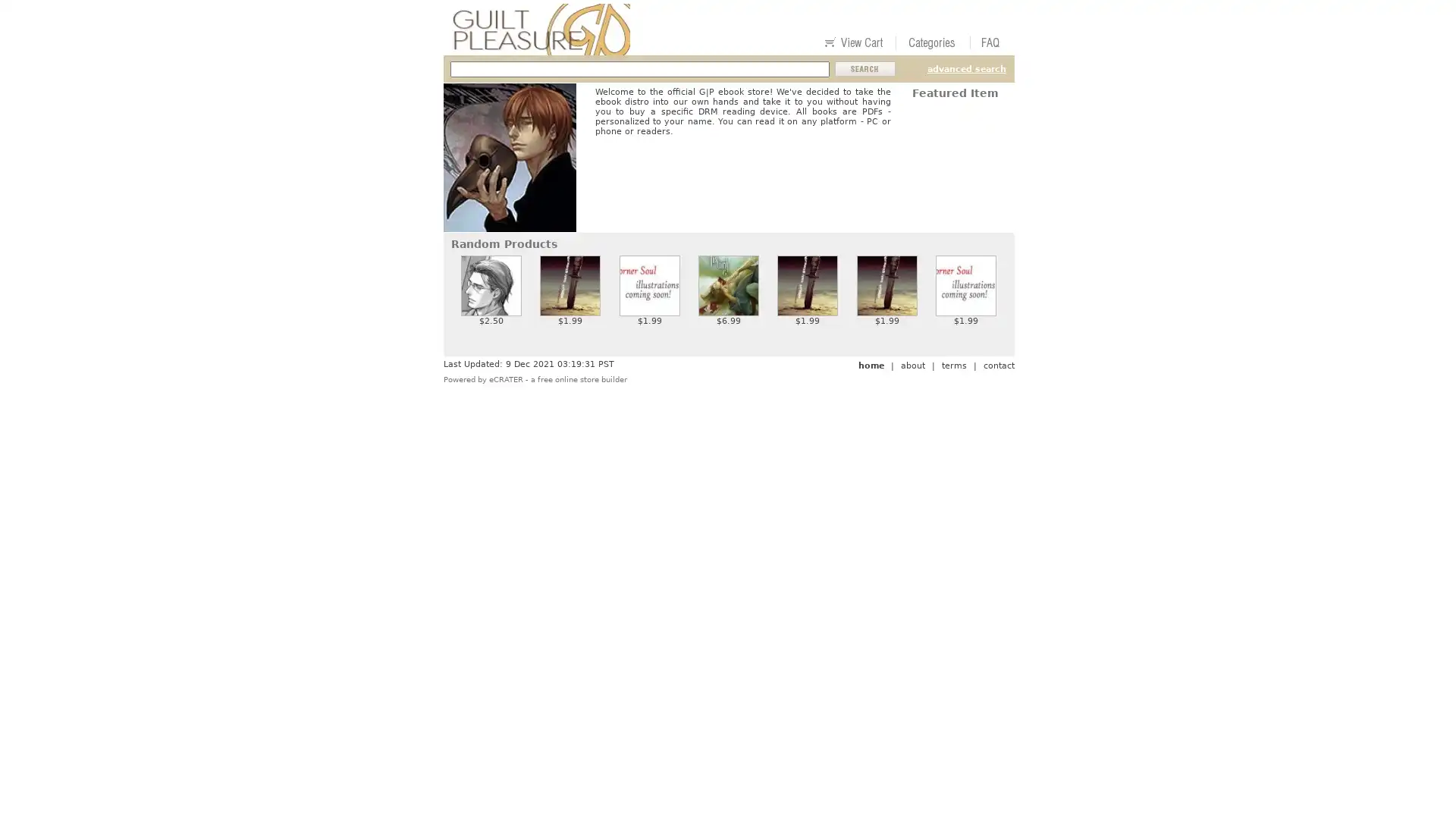 This screenshot has height=819, width=1456. I want to click on Submit, so click(864, 69).